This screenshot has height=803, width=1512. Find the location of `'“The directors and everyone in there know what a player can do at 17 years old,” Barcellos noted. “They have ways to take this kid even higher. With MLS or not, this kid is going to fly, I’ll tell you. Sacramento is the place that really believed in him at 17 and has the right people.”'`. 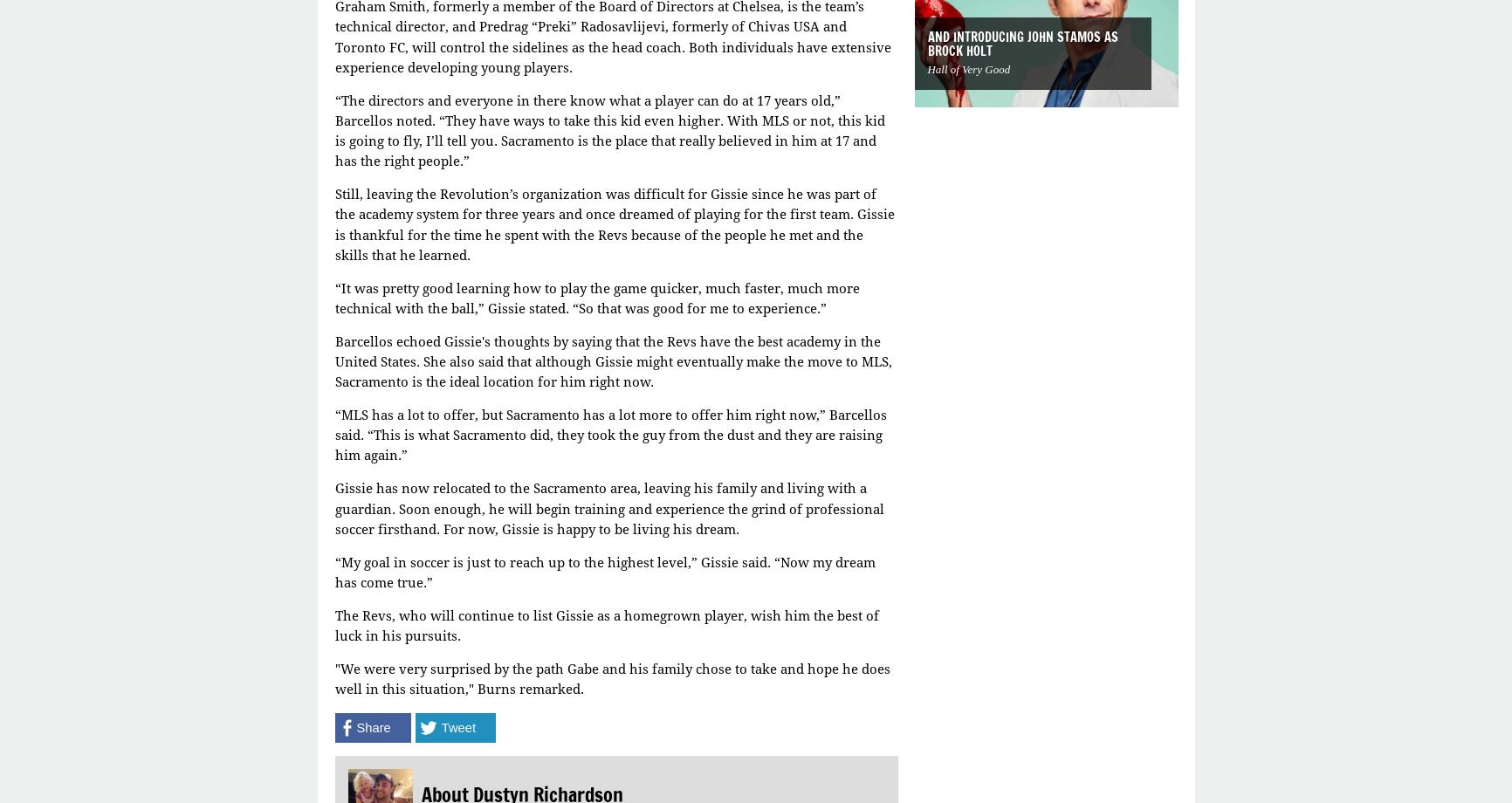

'“The directors and everyone in there know what a player can do at 17 years old,” Barcellos noted. “They have ways to take this kid even higher. With MLS or not, this kid is going to fly, I’ll tell you. Sacramento is the place that really believed in him at 17 and has the right people.”' is located at coordinates (608, 129).